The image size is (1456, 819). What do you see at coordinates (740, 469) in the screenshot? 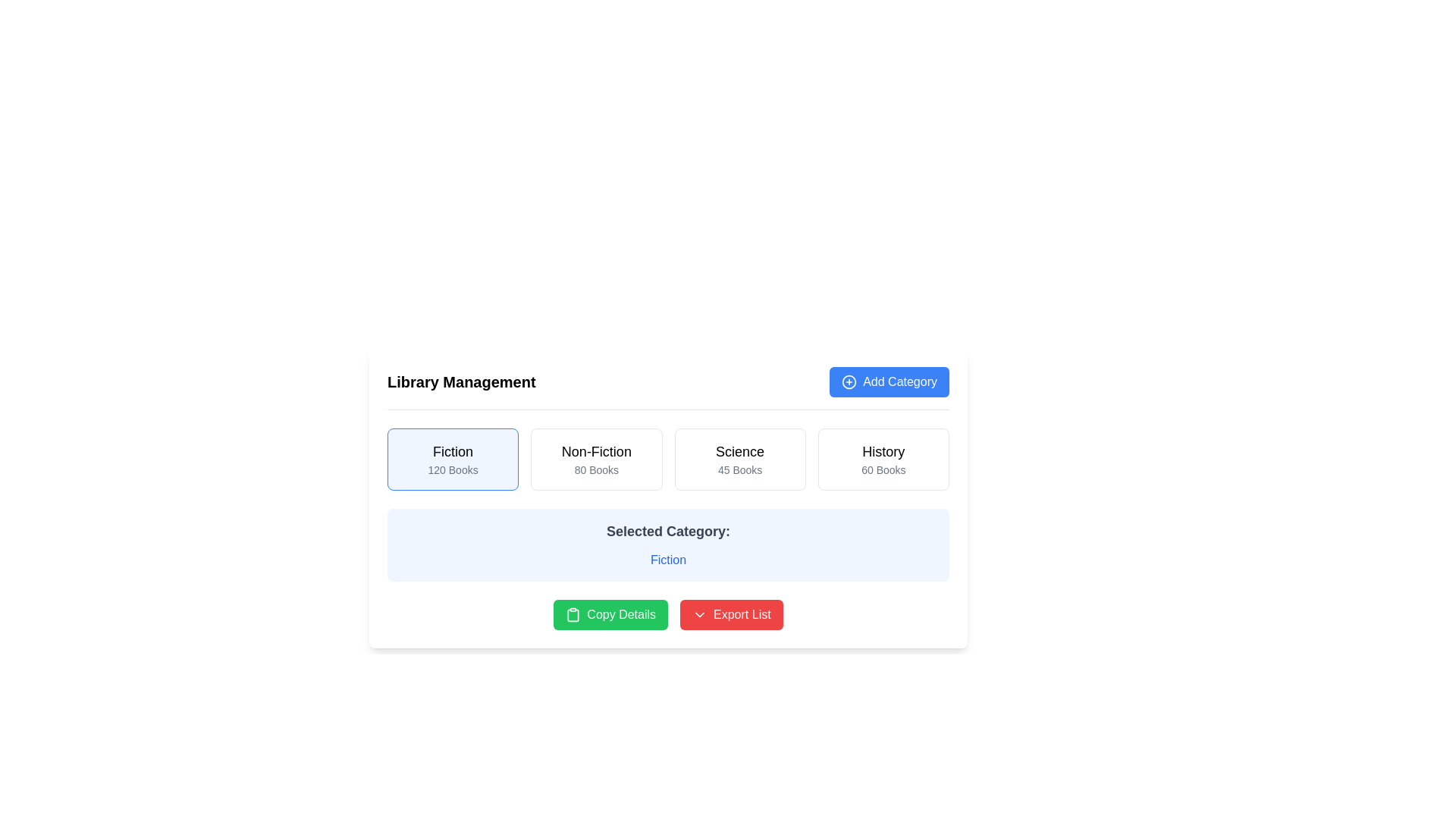
I see `the text label displaying '45 Books', which is located below the 'Science' title in the card labeled 'Science'` at bounding box center [740, 469].